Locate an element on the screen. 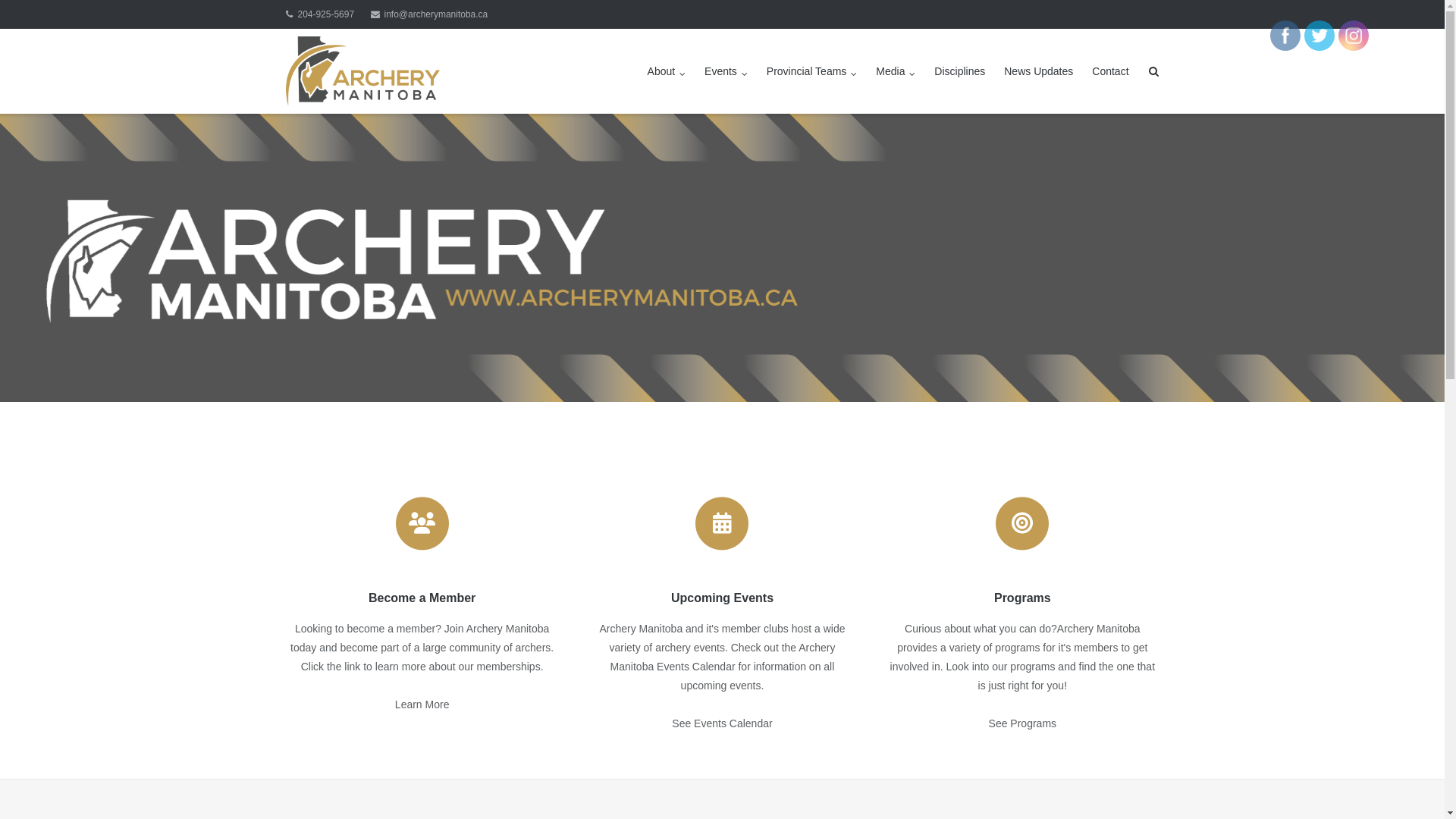 Image resolution: width=1456 pixels, height=819 pixels. 'Learn More' is located at coordinates (395, 704).